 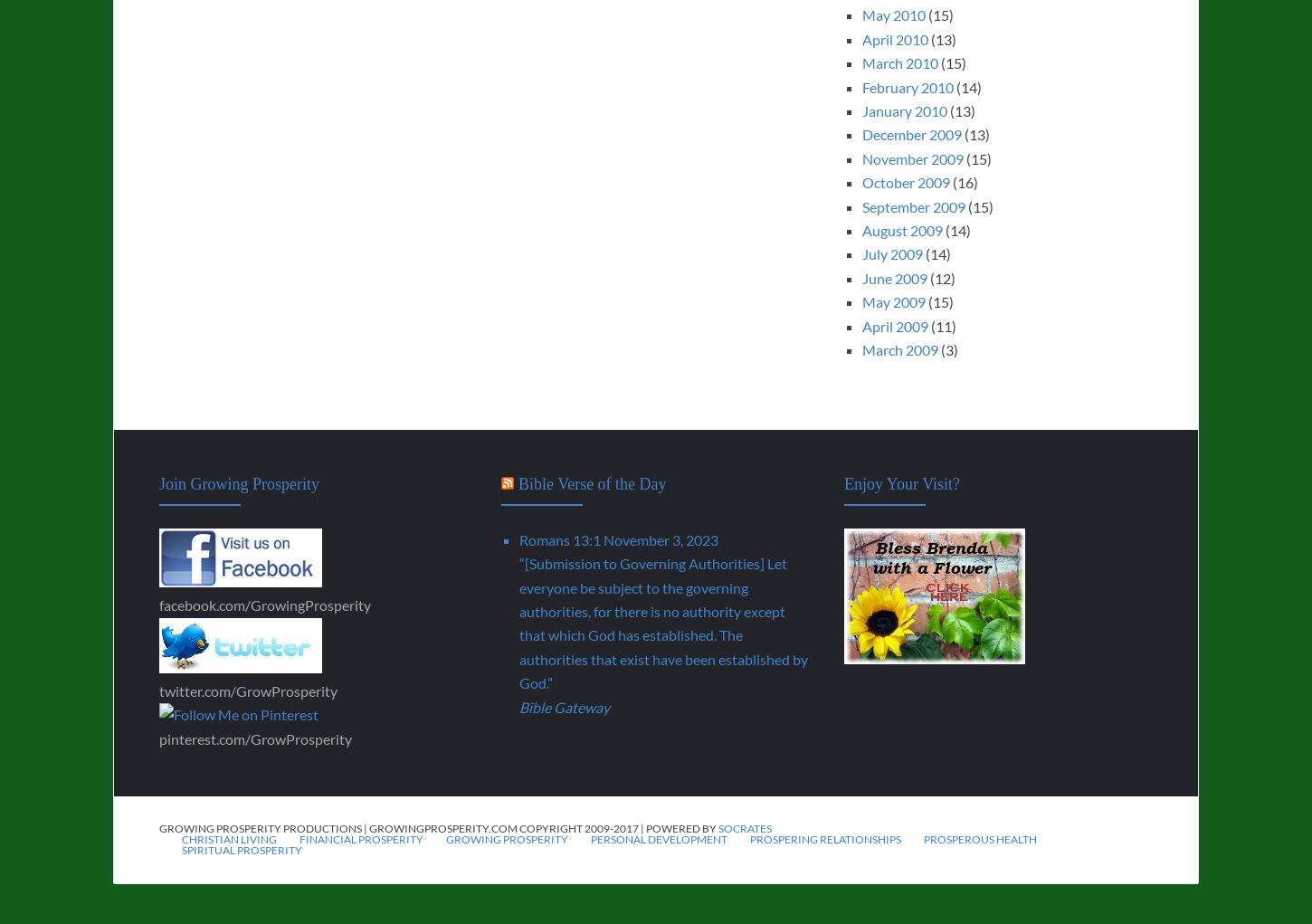 What do you see at coordinates (158, 604) in the screenshot?
I see `'facebook.com/GrowingProsperity'` at bounding box center [158, 604].